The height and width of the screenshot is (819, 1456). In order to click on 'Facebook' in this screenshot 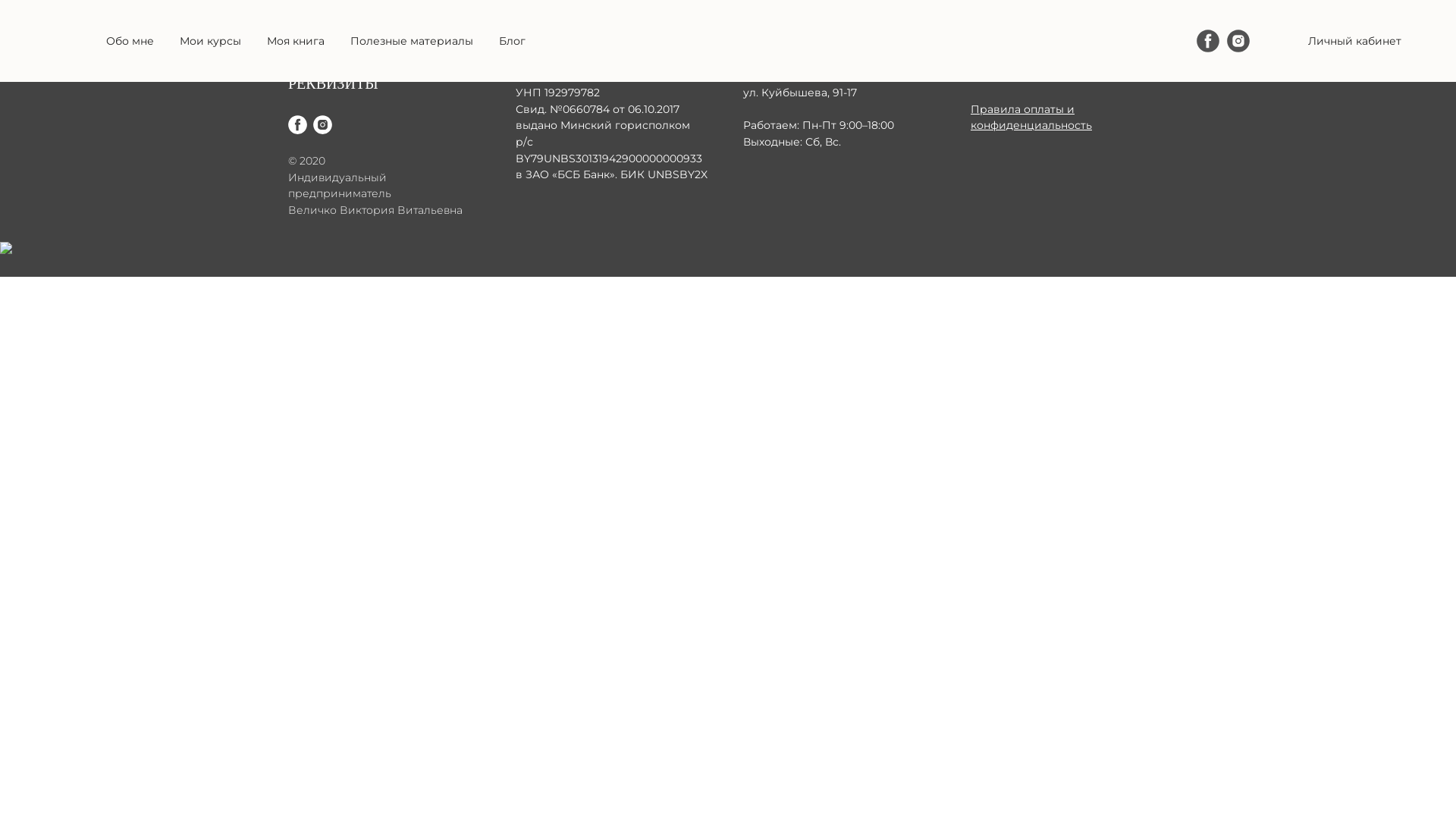, I will do `click(287, 129)`.